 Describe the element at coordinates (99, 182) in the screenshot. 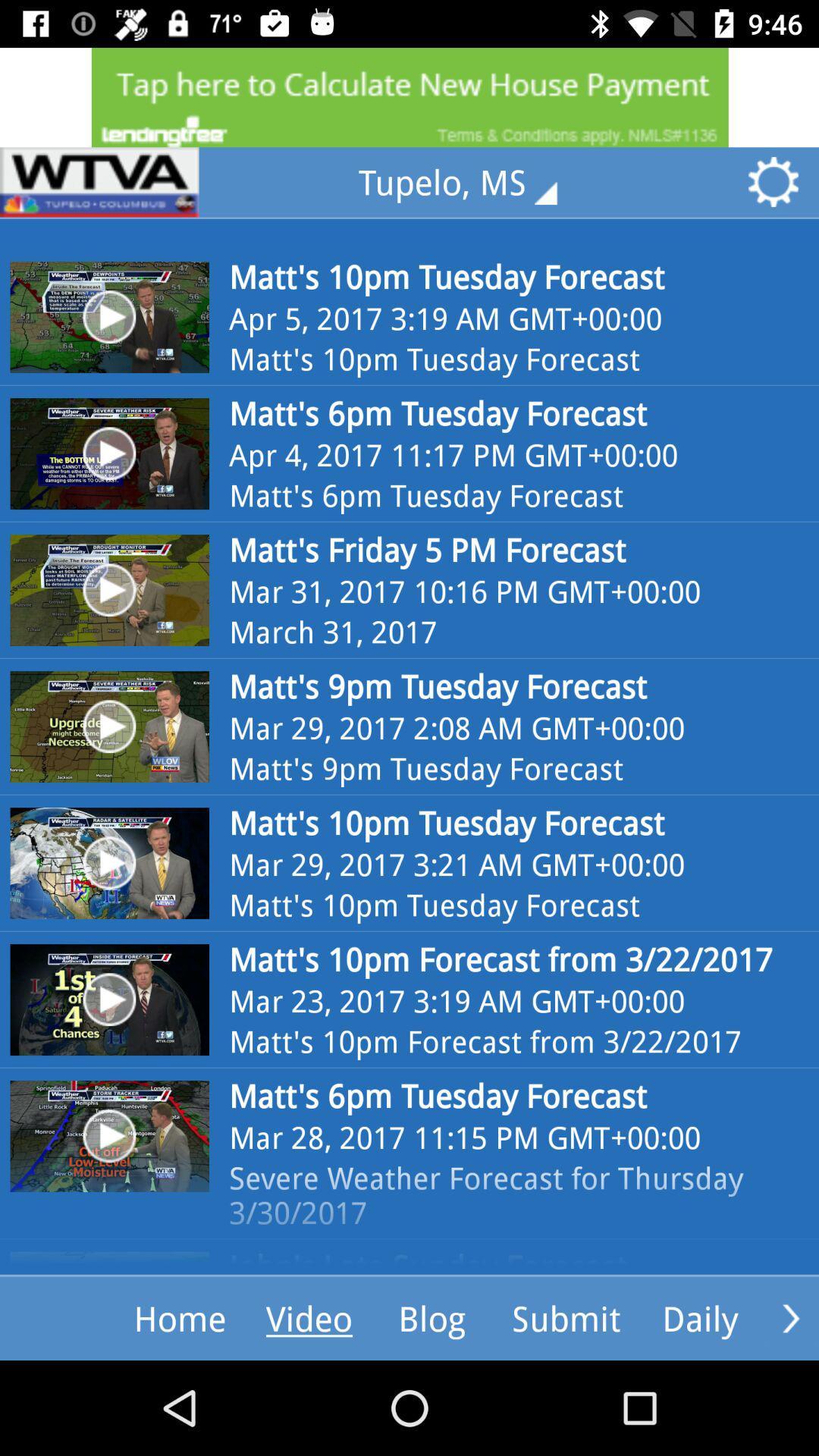

I see `sponser website` at that location.